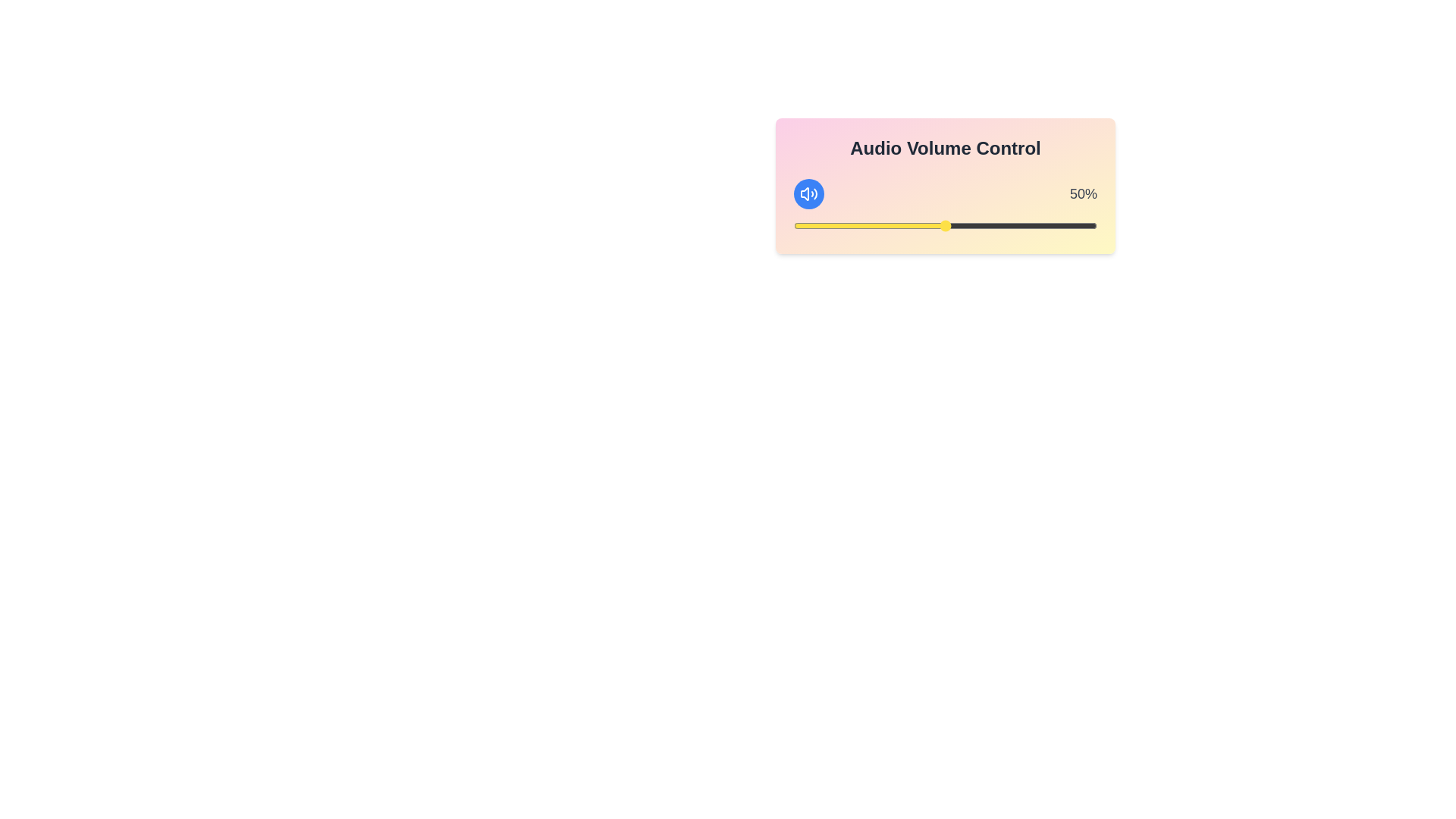 This screenshot has height=819, width=1456. What do you see at coordinates (808, 193) in the screenshot?
I see `the mute/unmute button to toggle the audio state` at bounding box center [808, 193].